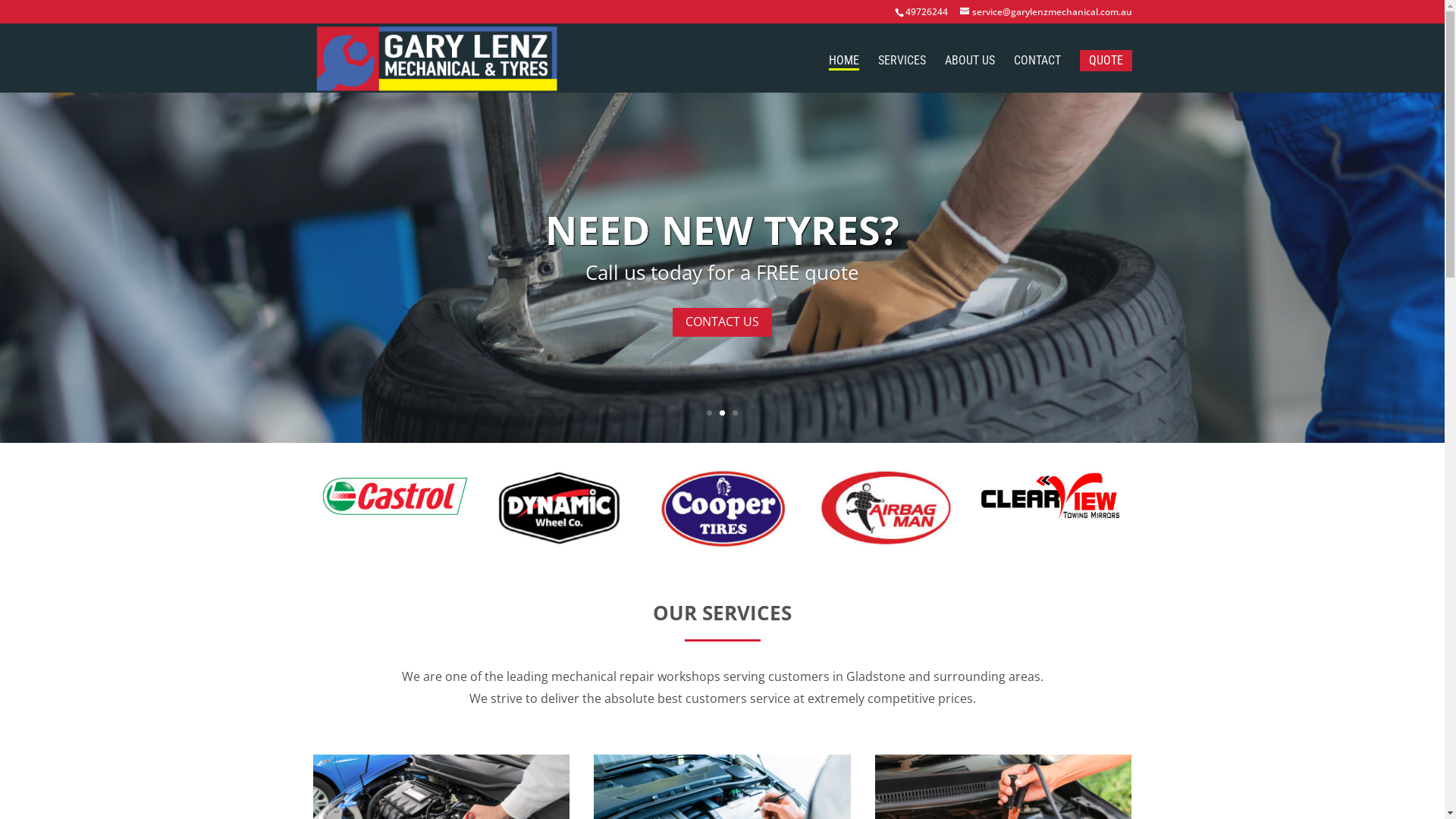 Image resolution: width=1456 pixels, height=819 pixels. I want to click on 'CONTACT', so click(1036, 74).